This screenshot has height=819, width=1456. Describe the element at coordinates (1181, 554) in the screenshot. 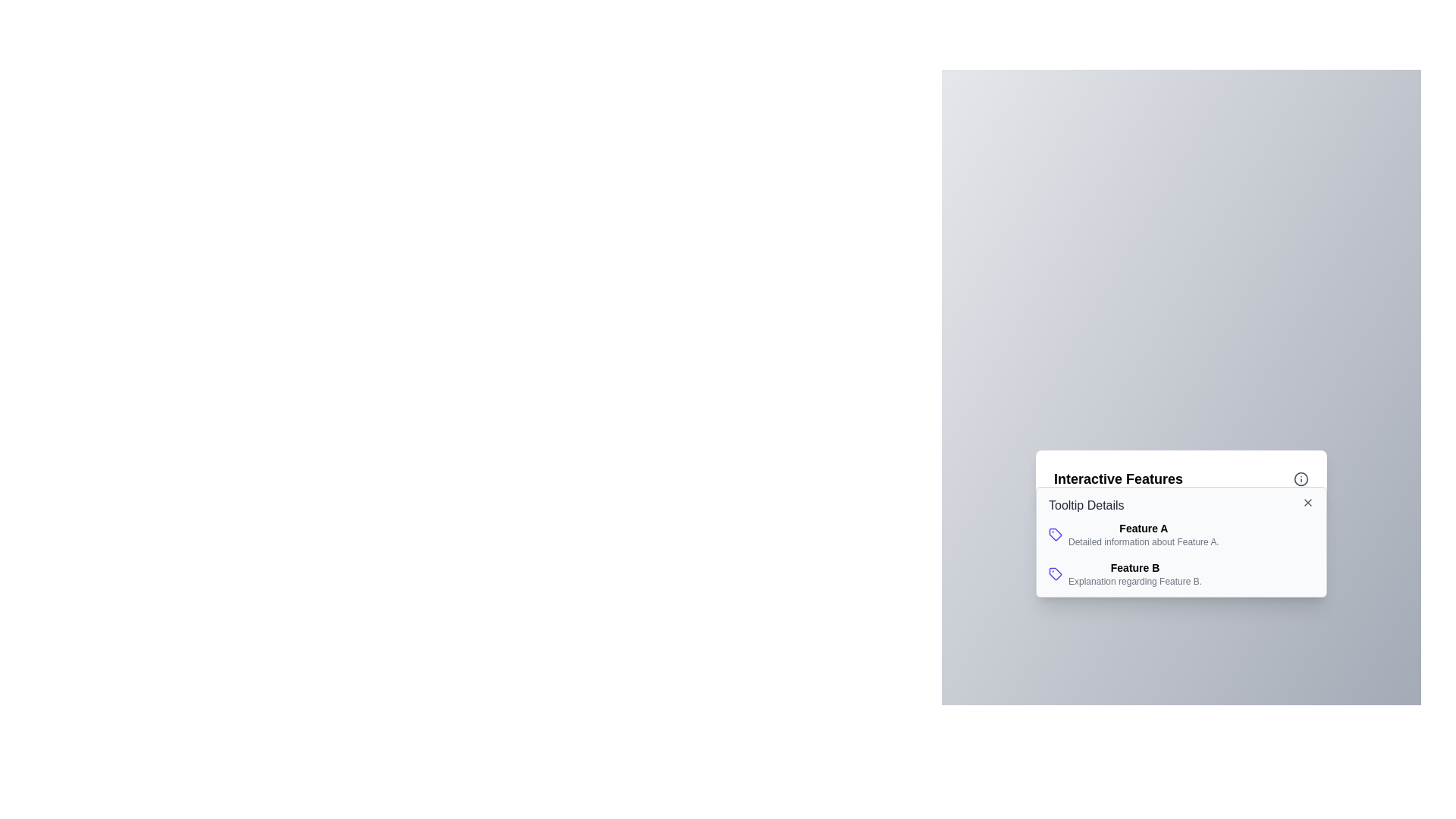

I see `information presented in the tooltip content section displaying detailed explanations for 'Feature A' and 'Feature B' located within the 'Interactive Features' tooltip interface` at that location.